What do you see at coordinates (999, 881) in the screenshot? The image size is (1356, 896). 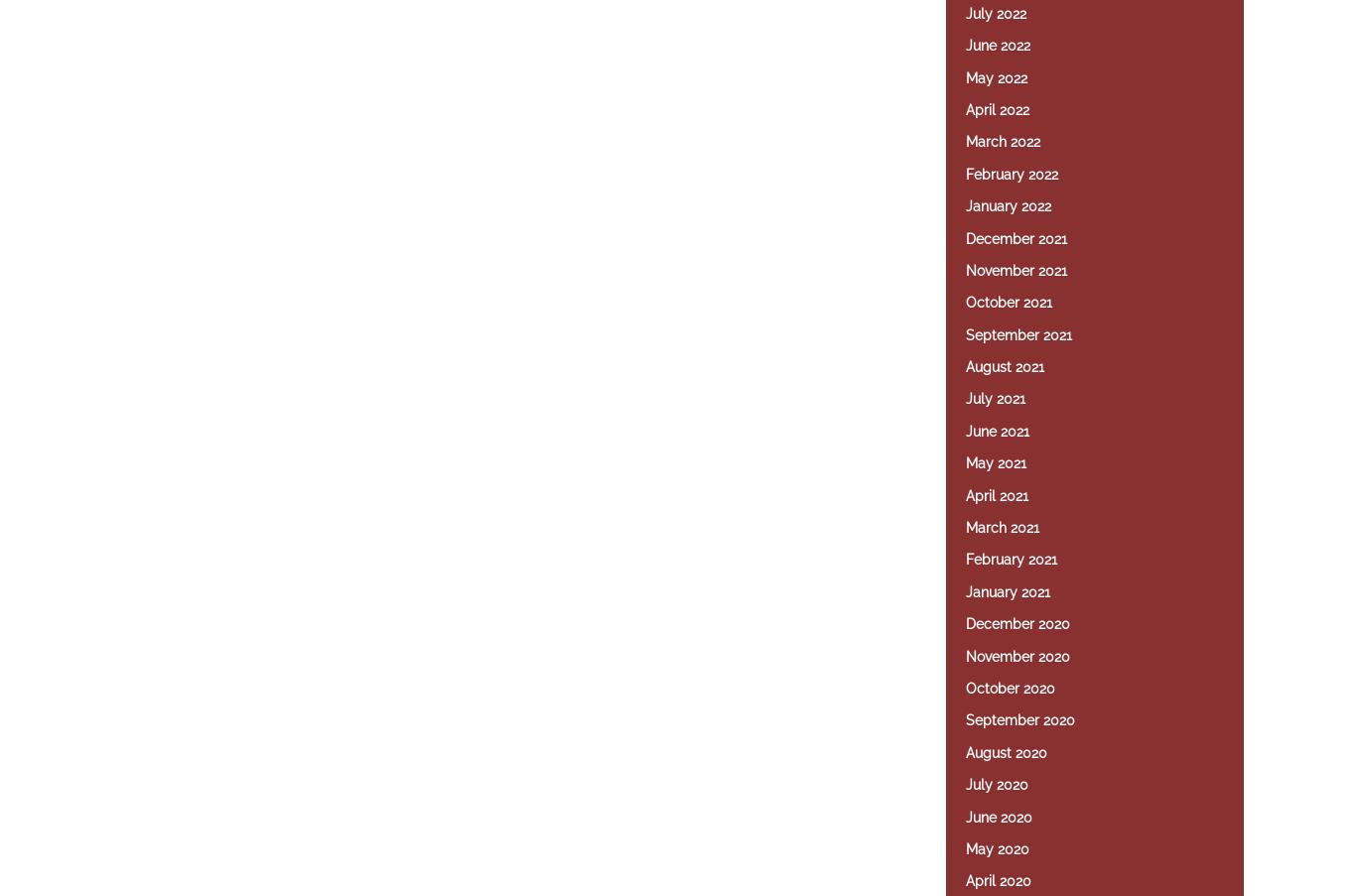 I see `'April 2020'` at bounding box center [999, 881].